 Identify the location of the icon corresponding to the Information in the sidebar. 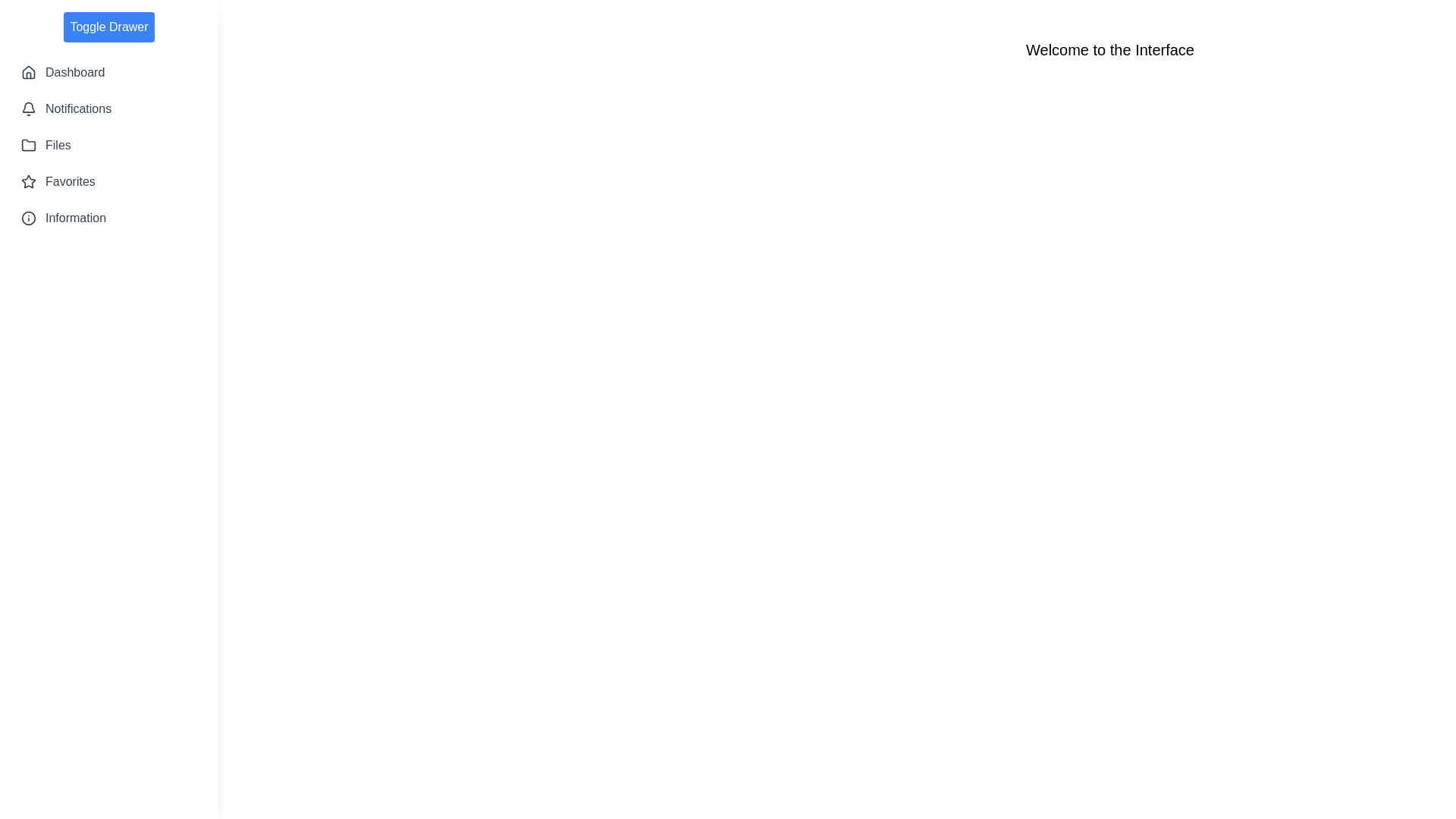
(29, 218).